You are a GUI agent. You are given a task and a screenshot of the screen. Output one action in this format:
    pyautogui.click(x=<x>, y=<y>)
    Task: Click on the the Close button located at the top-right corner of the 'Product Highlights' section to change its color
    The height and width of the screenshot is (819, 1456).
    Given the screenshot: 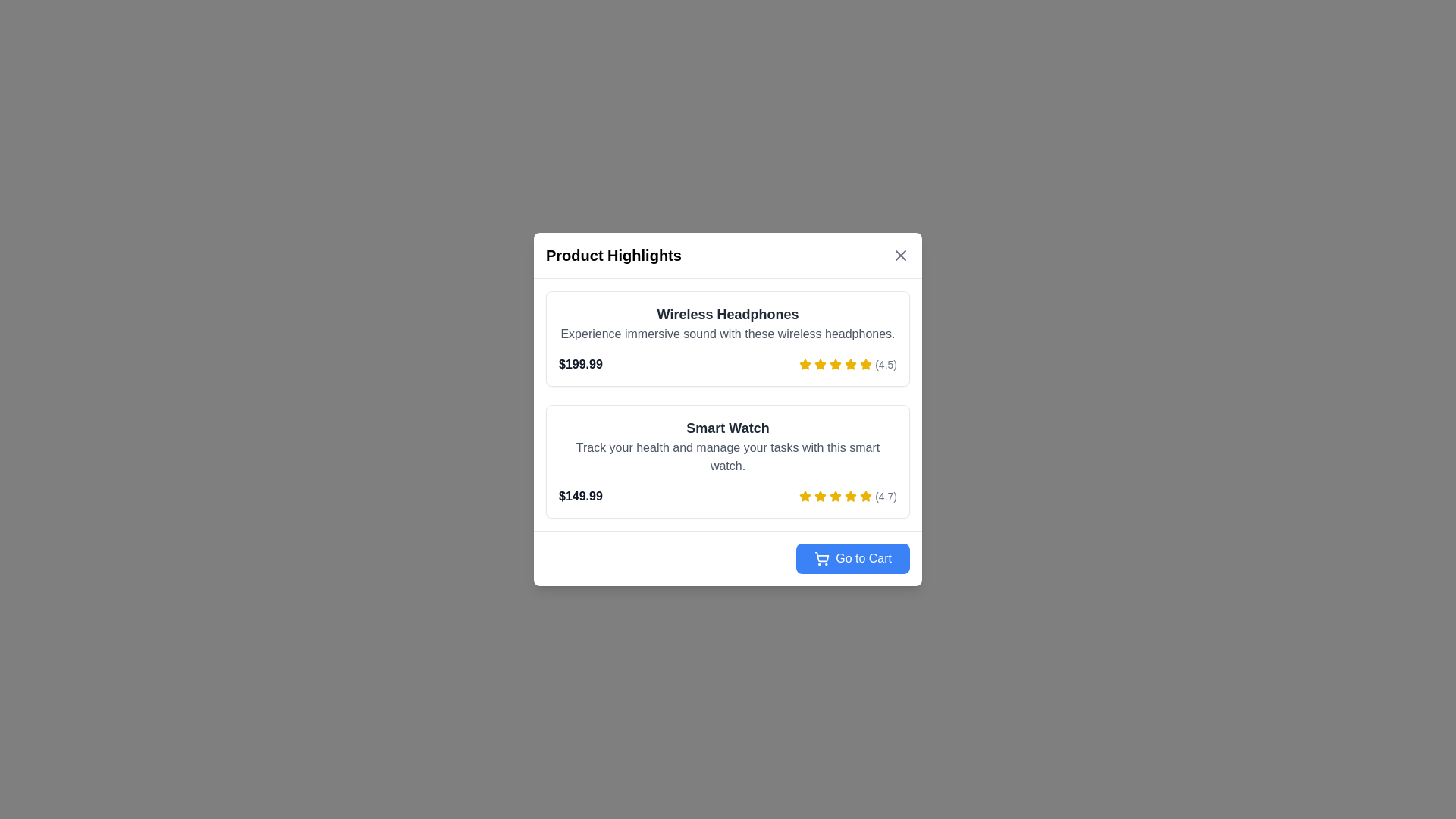 What is the action you would take?
    pyautogui.click(x=901, y=254)
    